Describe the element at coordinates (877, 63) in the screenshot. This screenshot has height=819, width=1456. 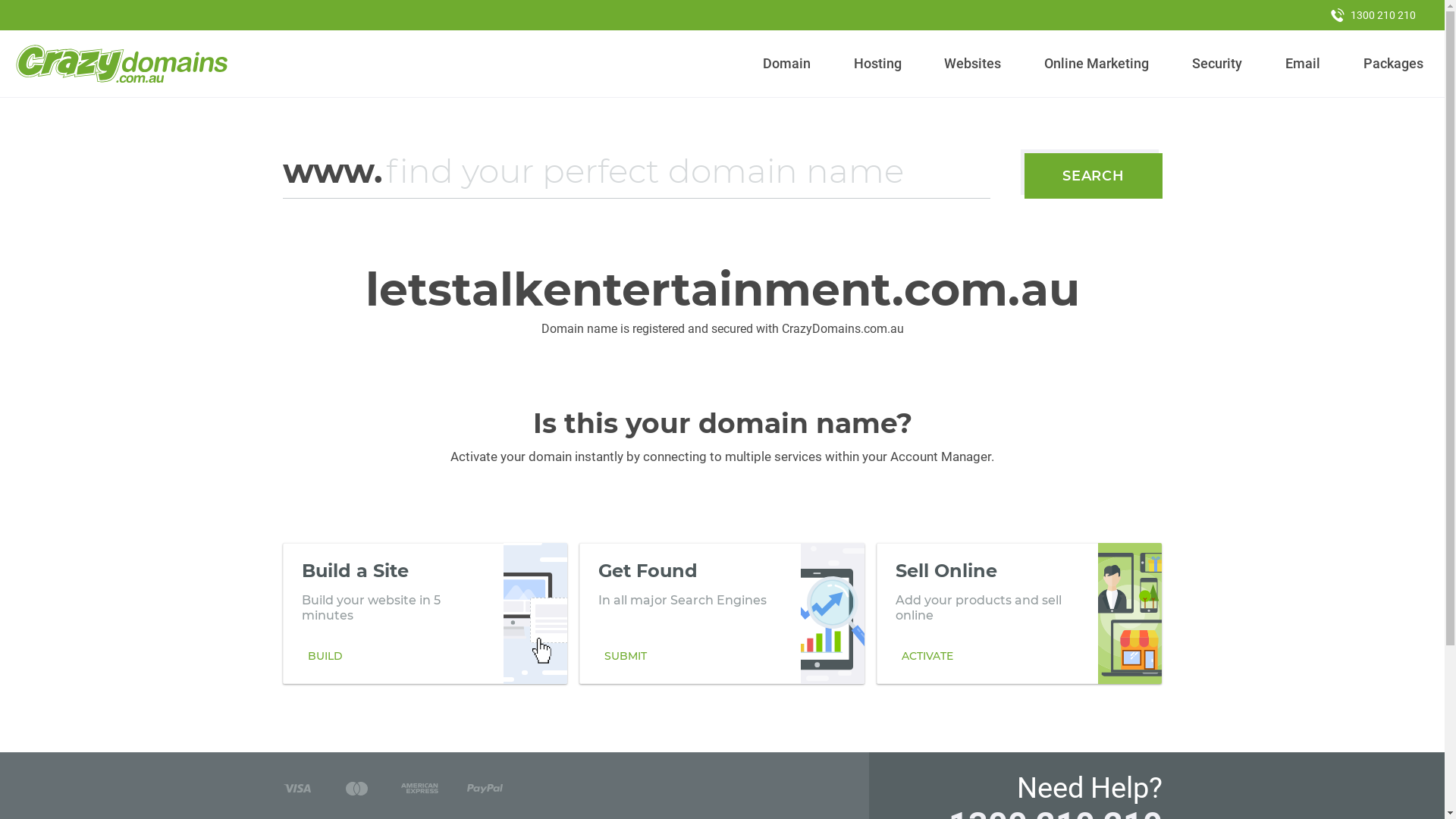
I see `'Hosting'` at that location.